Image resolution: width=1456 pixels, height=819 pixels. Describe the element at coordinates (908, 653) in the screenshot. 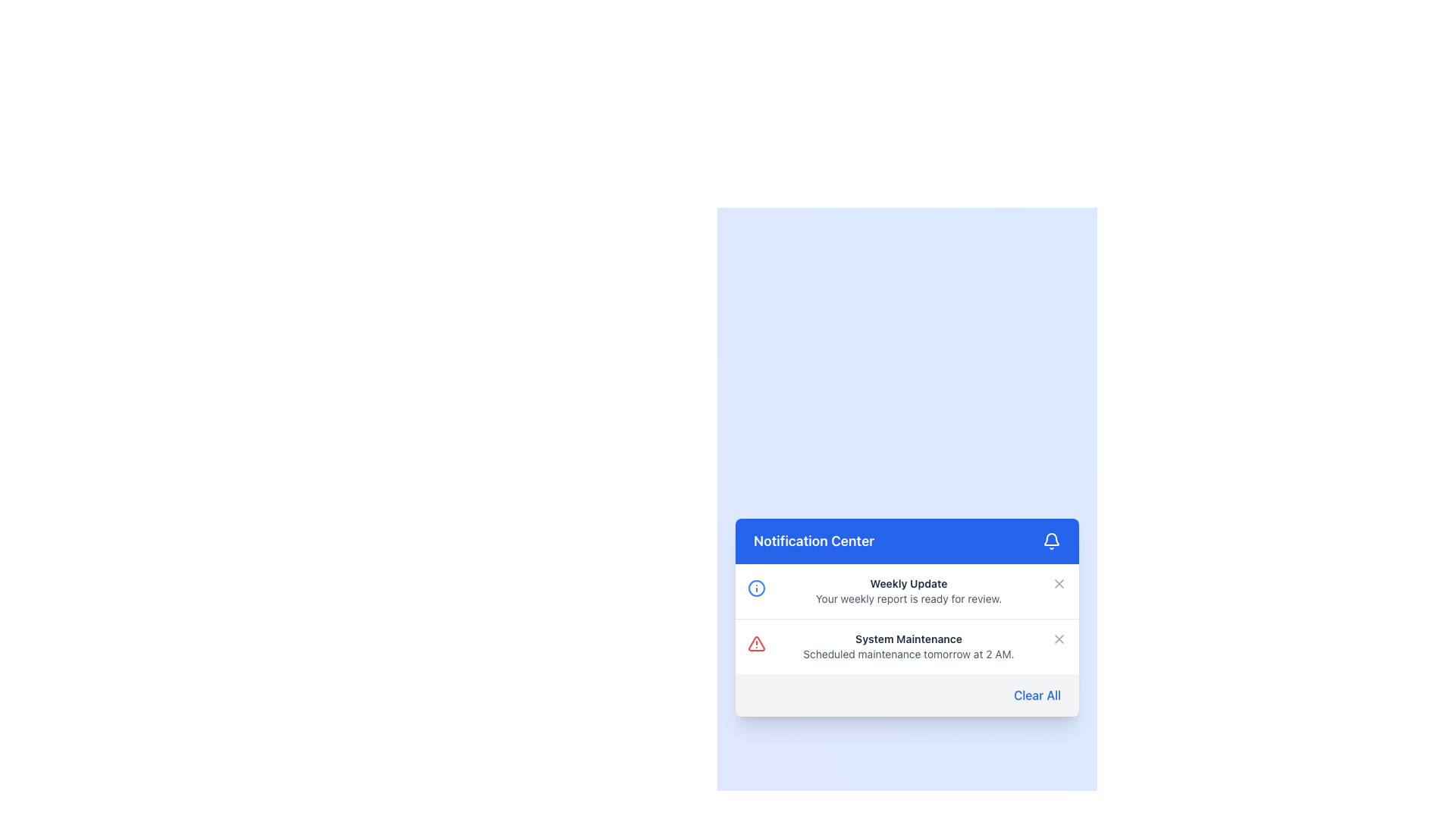

I see `the non-interactive text block that conveys information about a scheduled maintenance event, positioned directly below 'System Maintenance' and within the 'Notification Center'` at that location.